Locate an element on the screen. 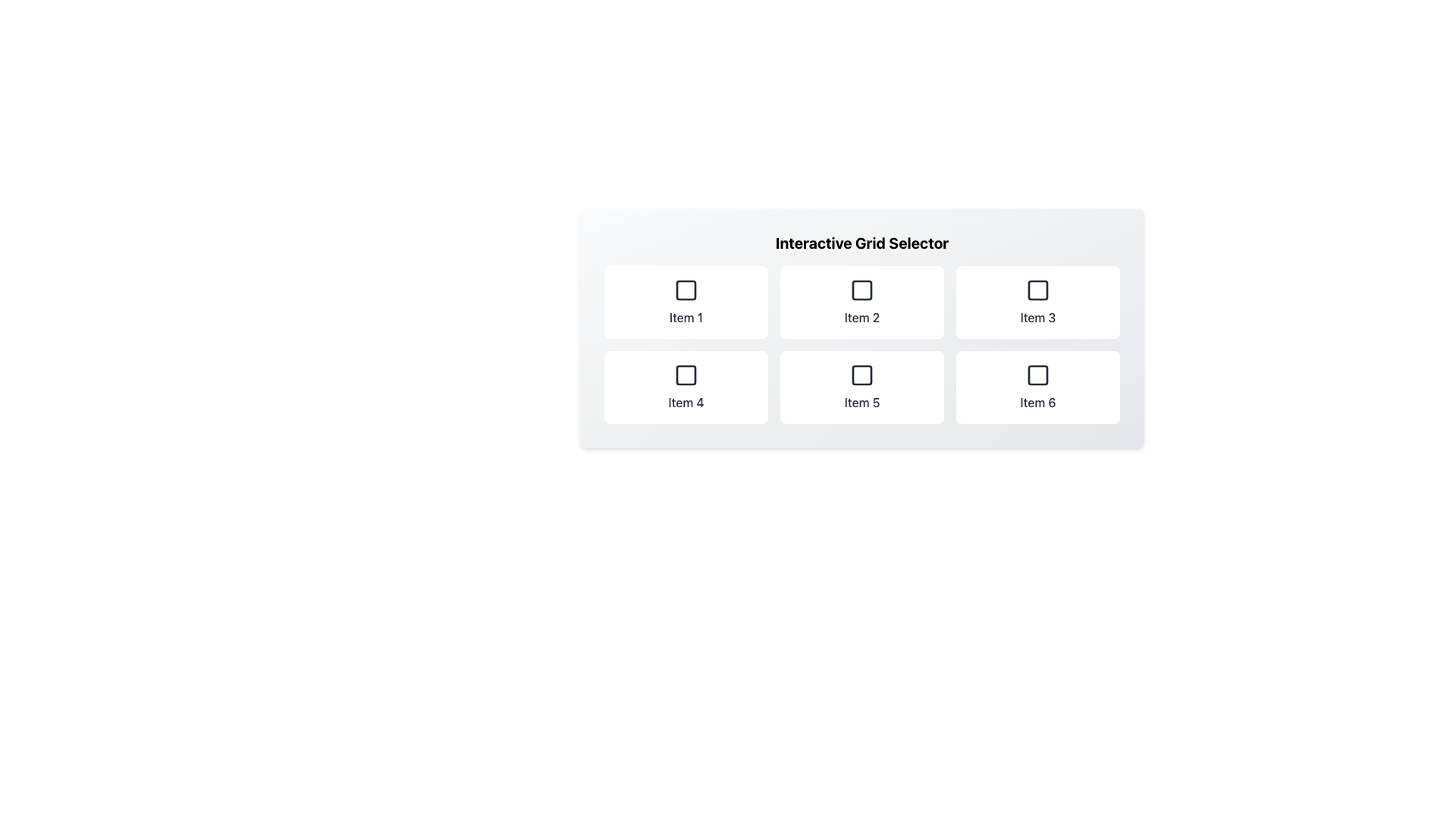 The height and width of the screenshot is (819, 1456). the checkbox or grid square selector located is located at coordinates (686, 375).